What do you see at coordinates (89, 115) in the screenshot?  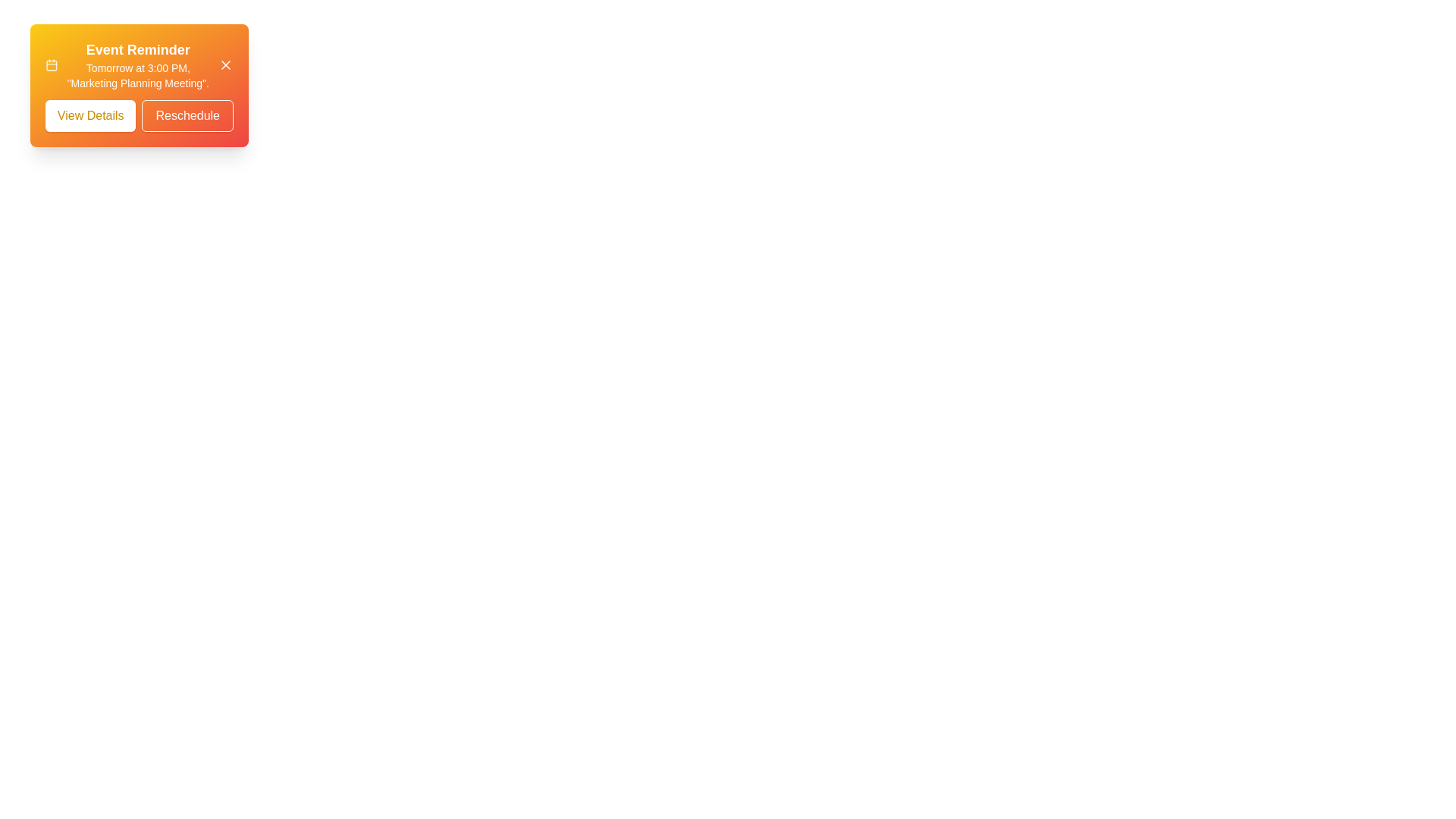 I see `the 'View Details' button to view event details` at bounding box center [89, 115].